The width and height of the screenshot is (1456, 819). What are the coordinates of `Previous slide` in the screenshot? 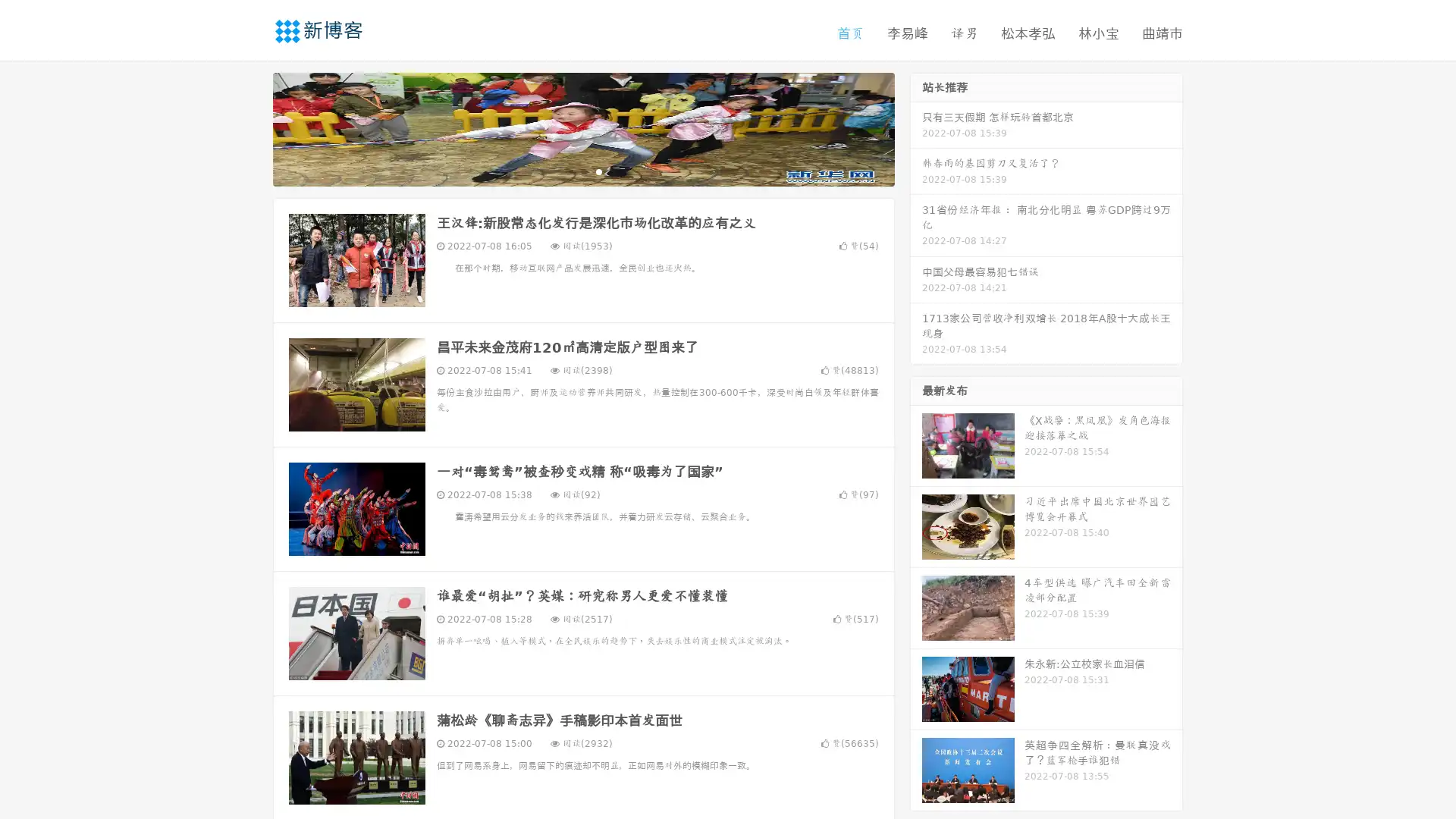 It's located at (250, 127).